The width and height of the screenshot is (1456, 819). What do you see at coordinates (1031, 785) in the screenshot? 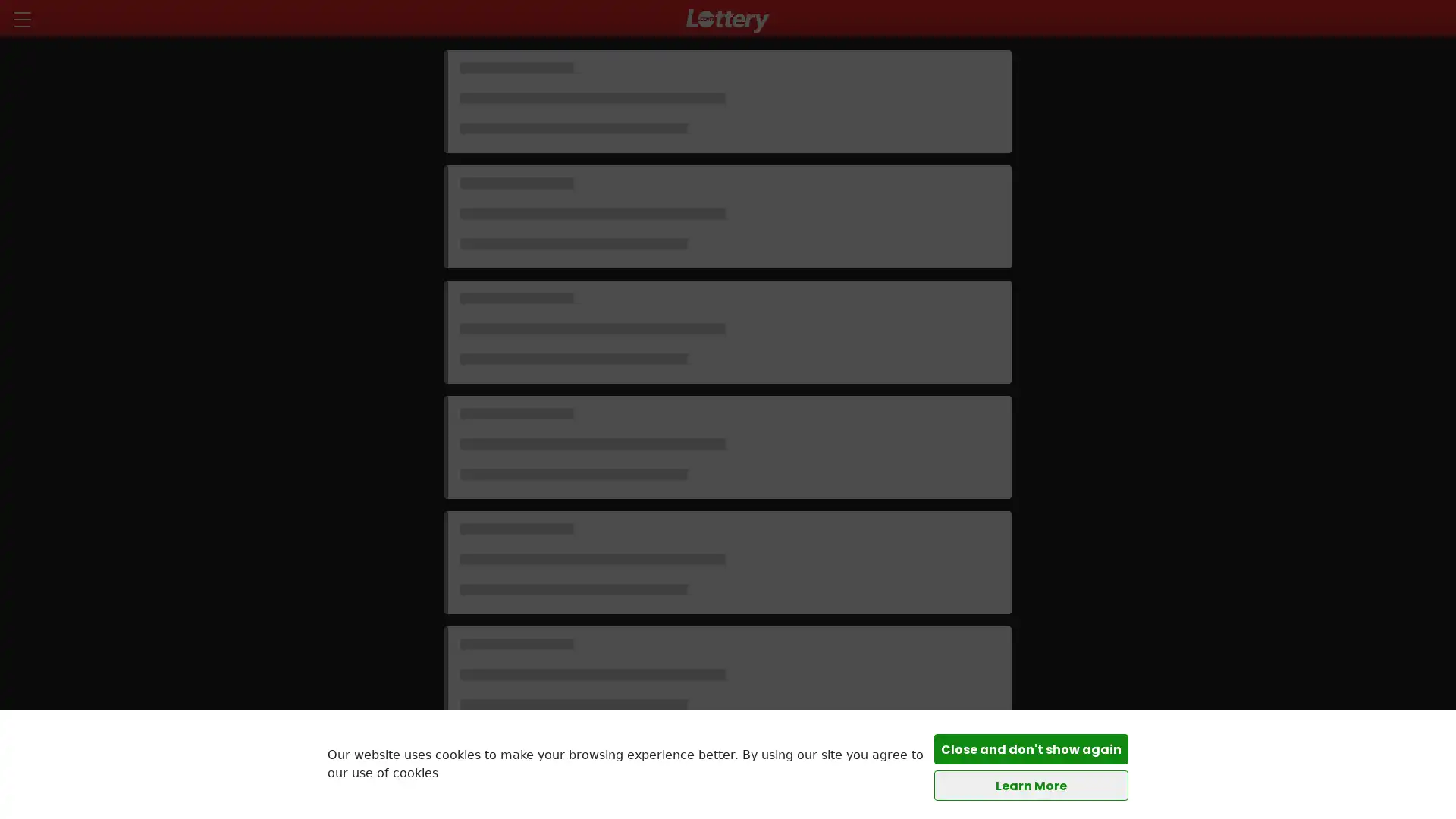
I see `Learn More` at bounding box center [1031, 785].